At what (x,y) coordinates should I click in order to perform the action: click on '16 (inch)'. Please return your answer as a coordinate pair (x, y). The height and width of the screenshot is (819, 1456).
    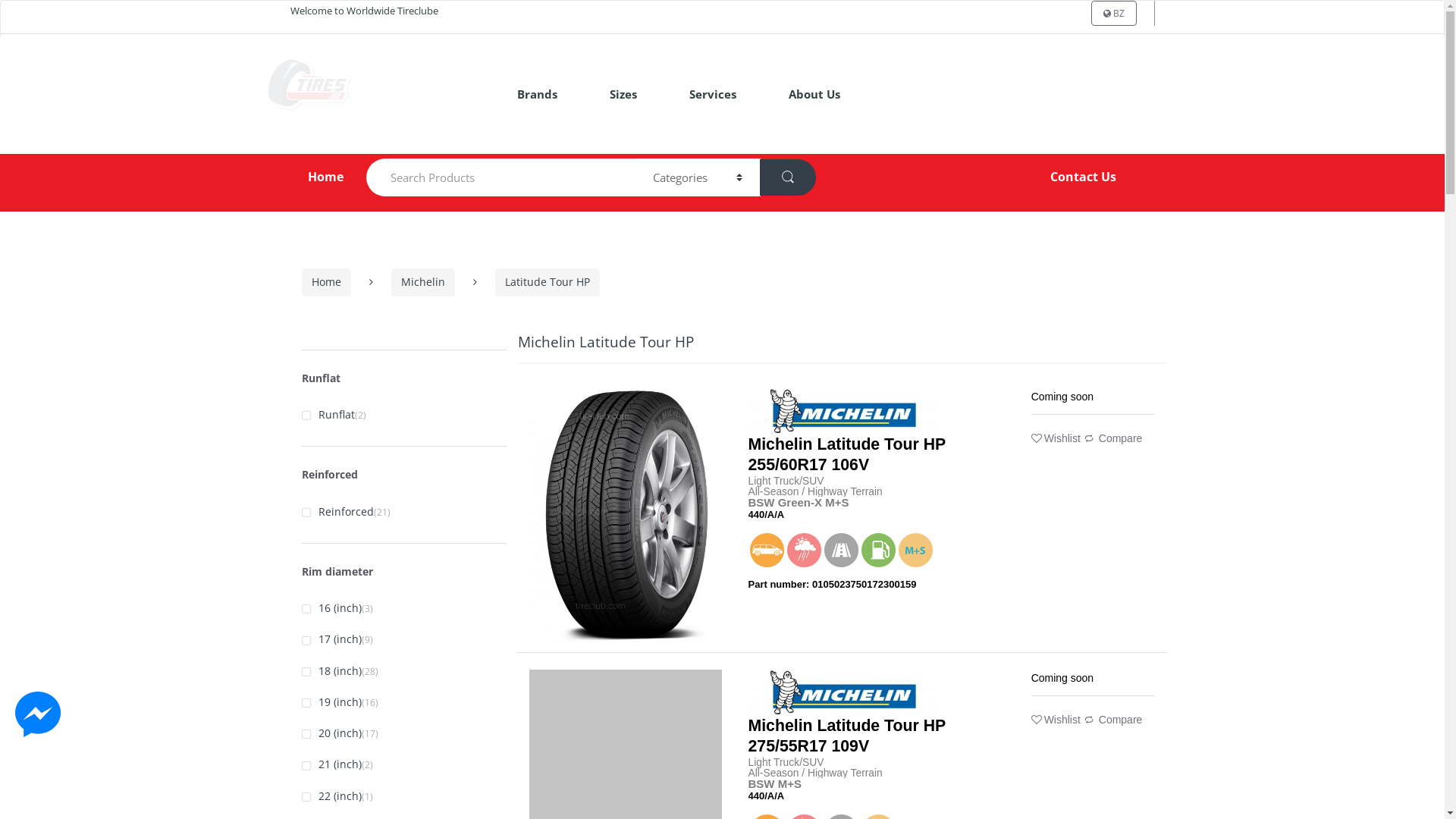
    Looking at the image, I should click on (331, 607).